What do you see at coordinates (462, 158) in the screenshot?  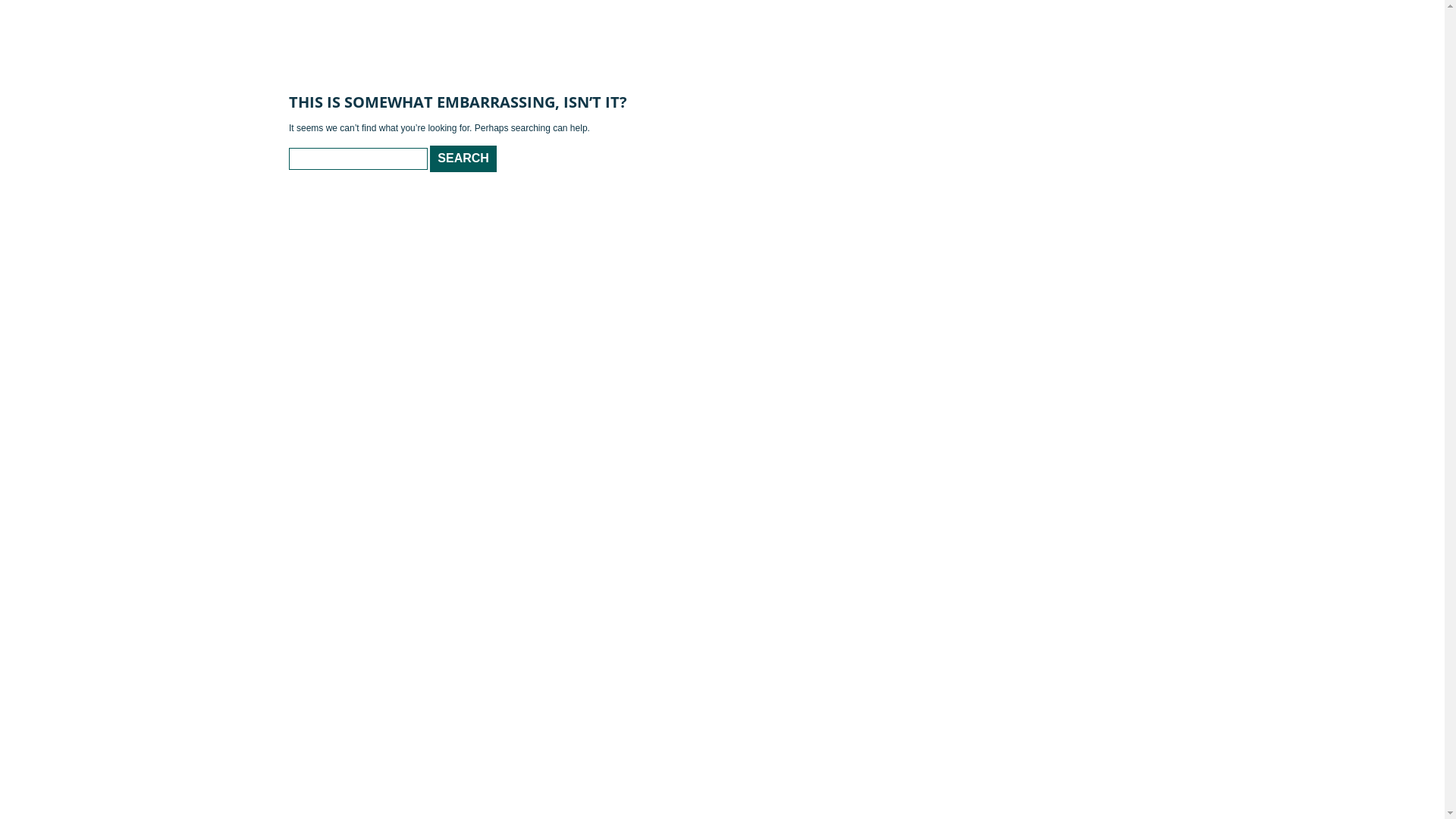 I see `'Search'` at bounding box center [462, 158].